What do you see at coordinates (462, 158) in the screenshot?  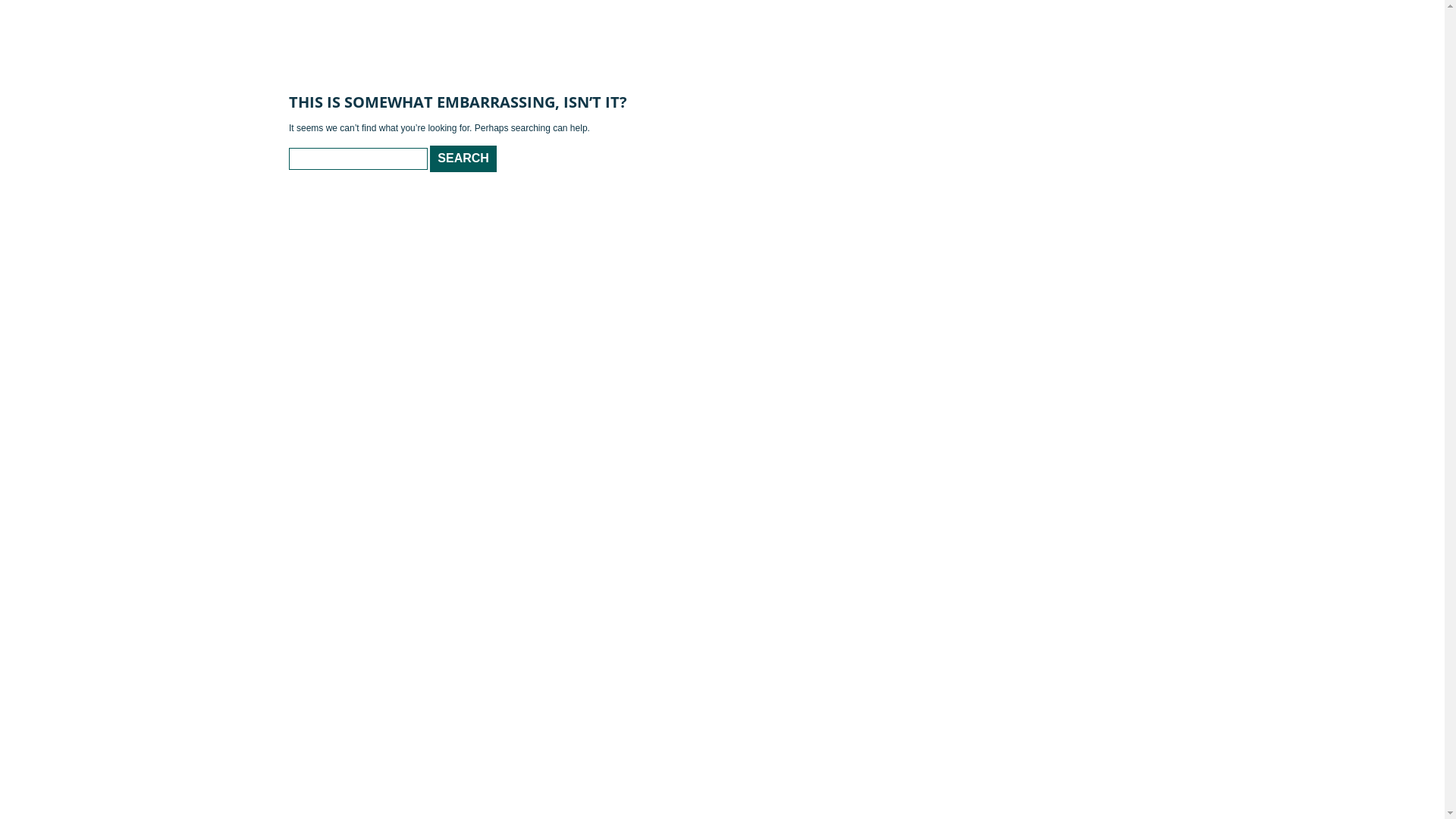 I see `'Search'` at bounding box center [462, 158].